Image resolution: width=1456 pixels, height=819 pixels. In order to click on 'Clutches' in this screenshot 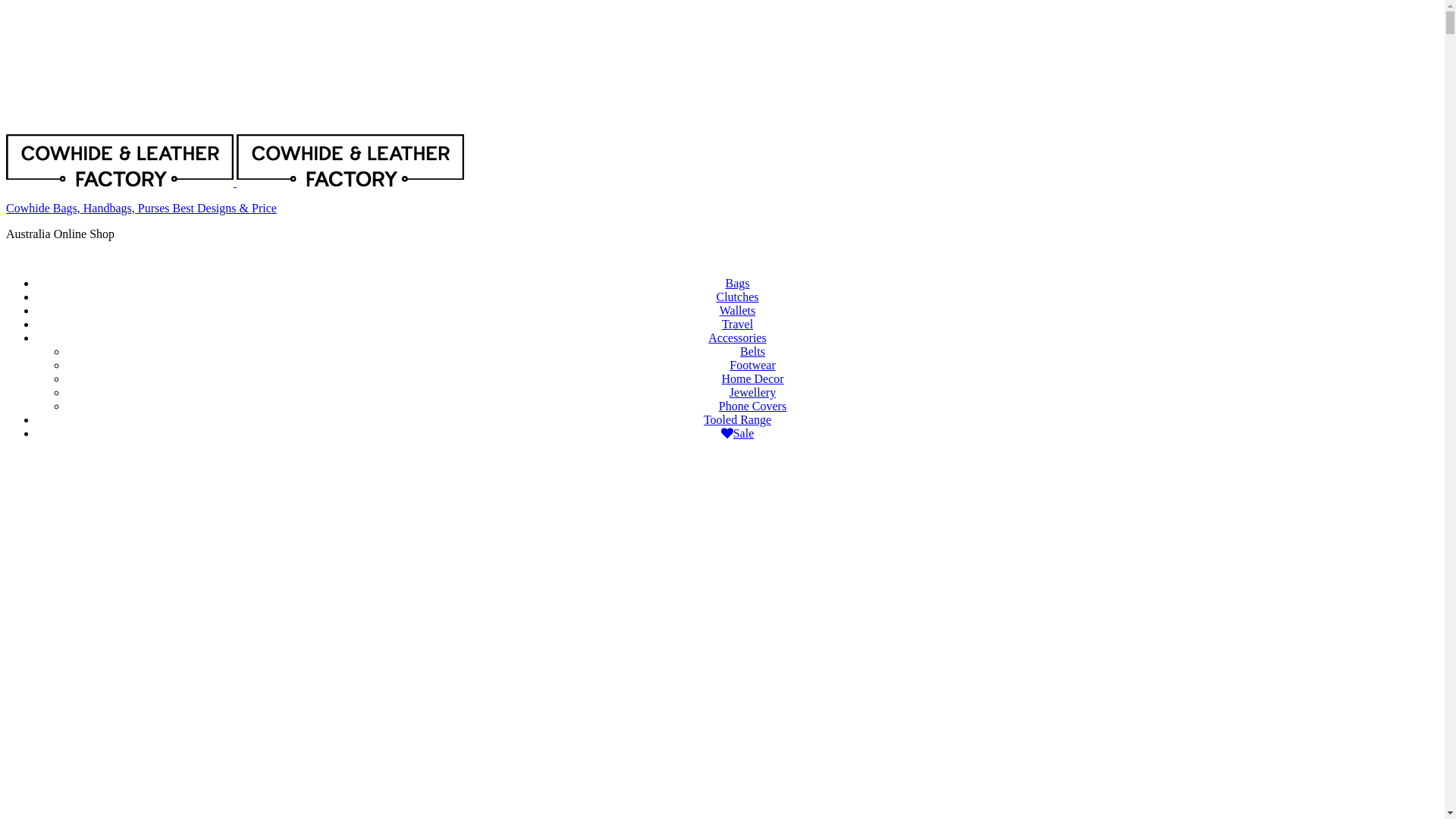, I will do `click(736, 297)`.